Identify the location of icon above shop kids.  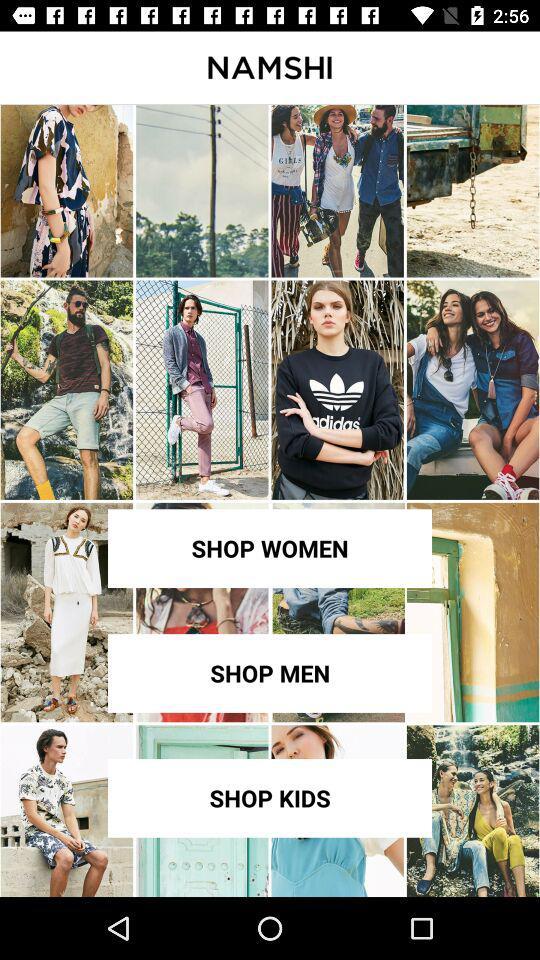
(270, 673).